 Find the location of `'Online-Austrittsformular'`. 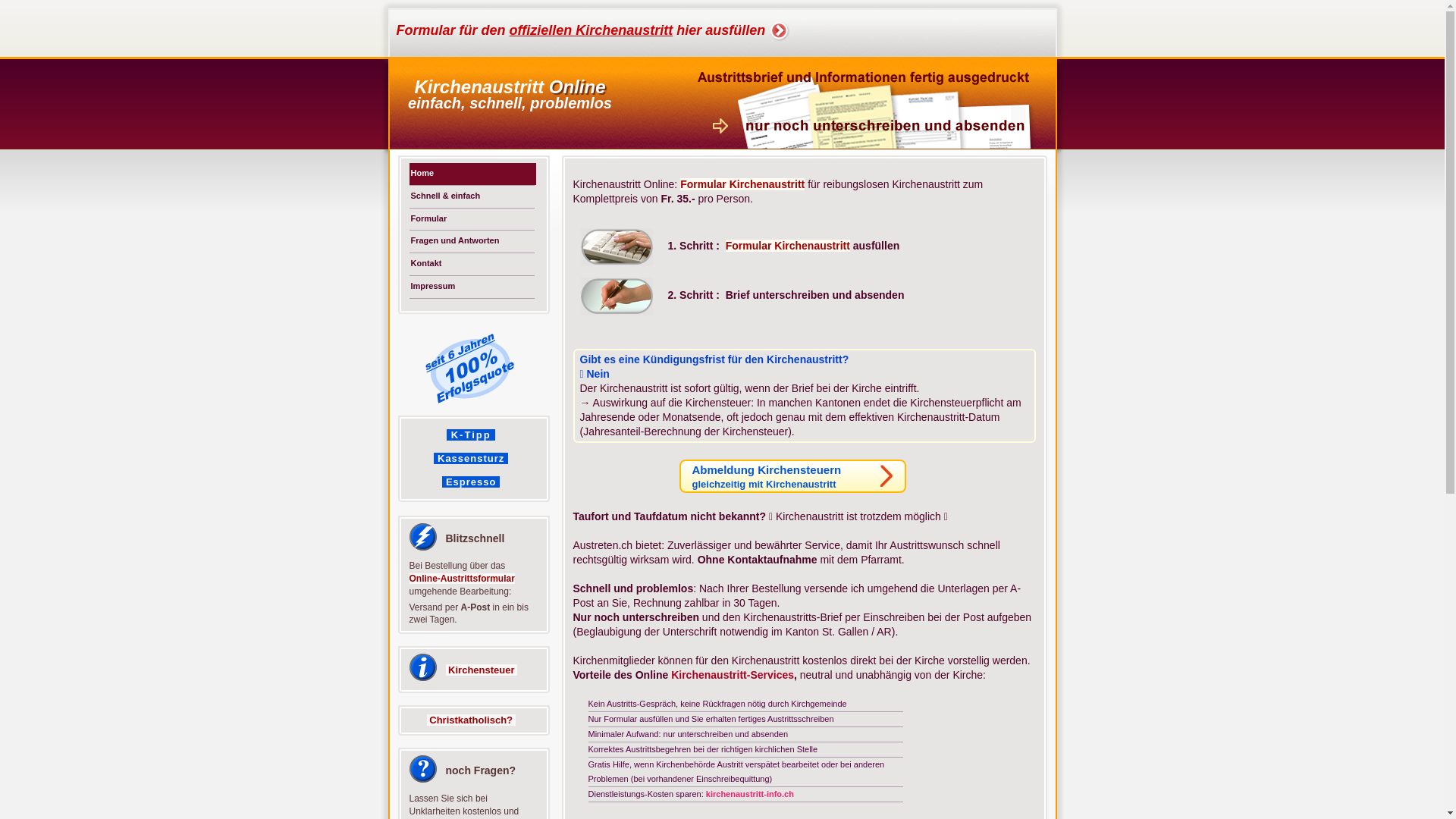

'Online-Austrittsformular' is located at coordinates (409, 579).